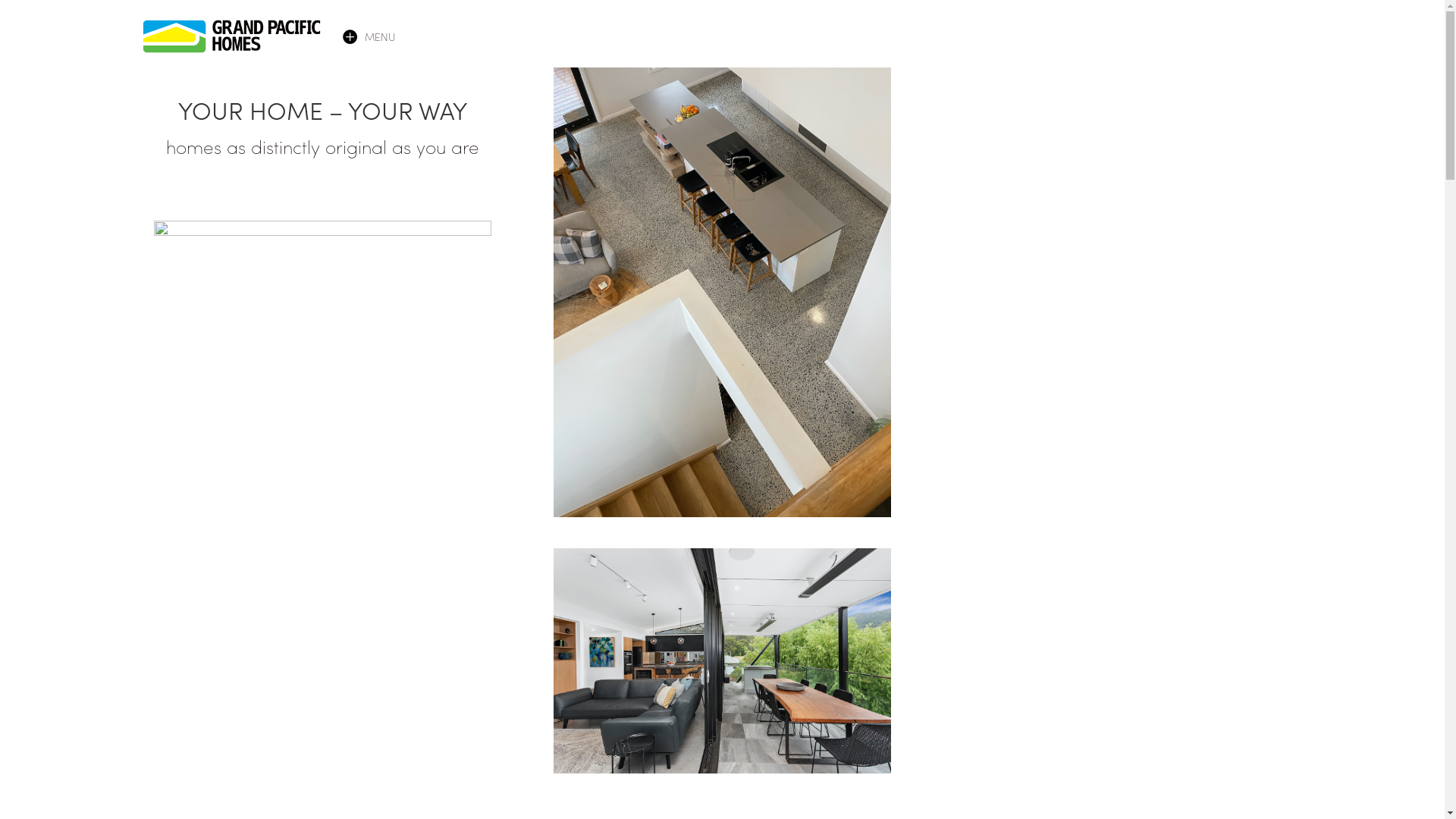 This screenshot has width=1456, height=819. I want to click on 'GPH - 77', so click(721, 292).